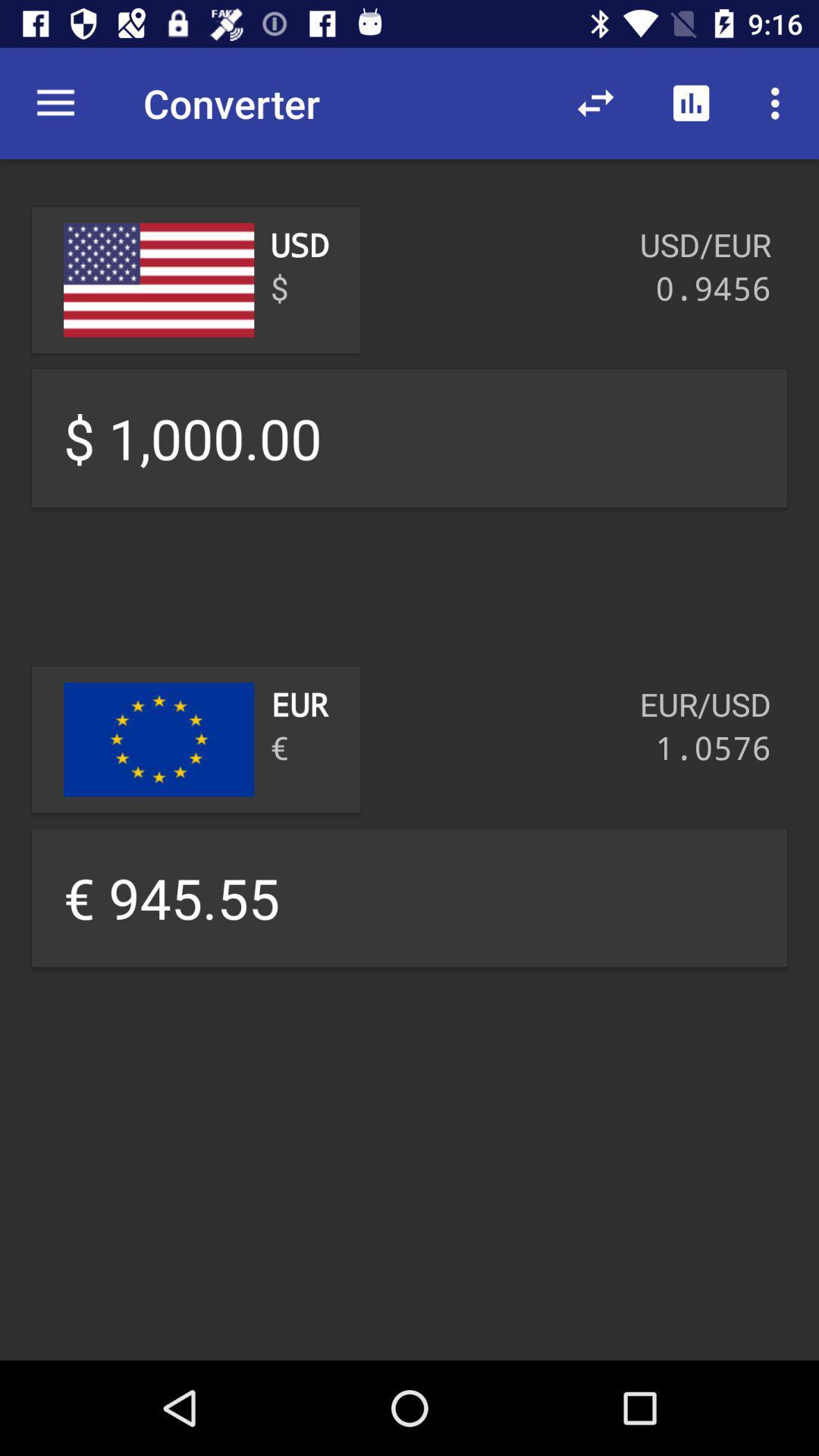  What do you see at coordinates (691, 102) in the screenshot?
I see `item above the usd/eur icon` at bounding box center [691, 102].